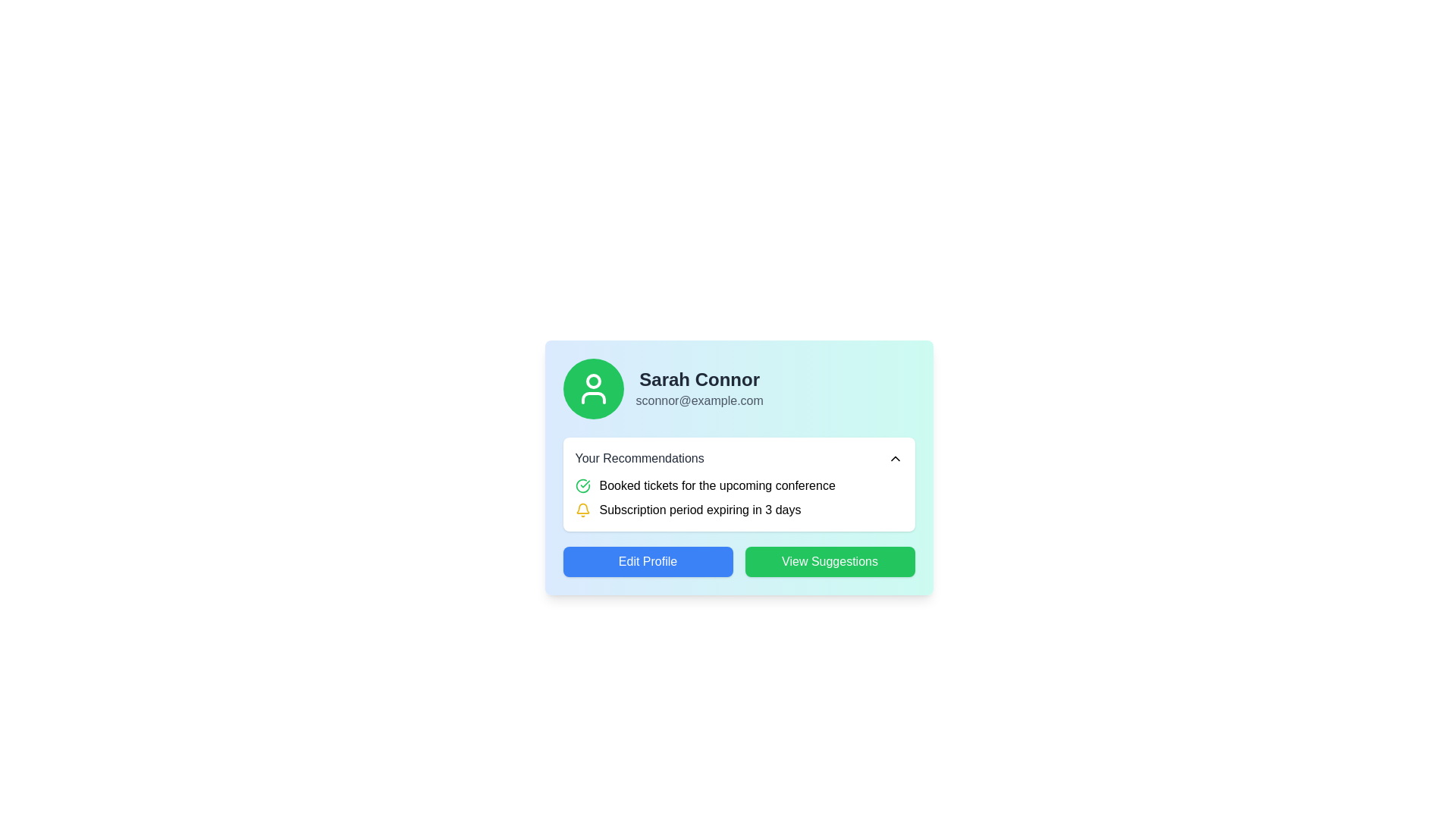 The width and height of the screenshot is (1456, 819). Describe the element at coordinates (739, 485) in the screenshot. I see `the text label that states 'Booked tickets for the upcoming conference', which is visually grouped with a green circular checkmark, to interact with the notification` at that location.